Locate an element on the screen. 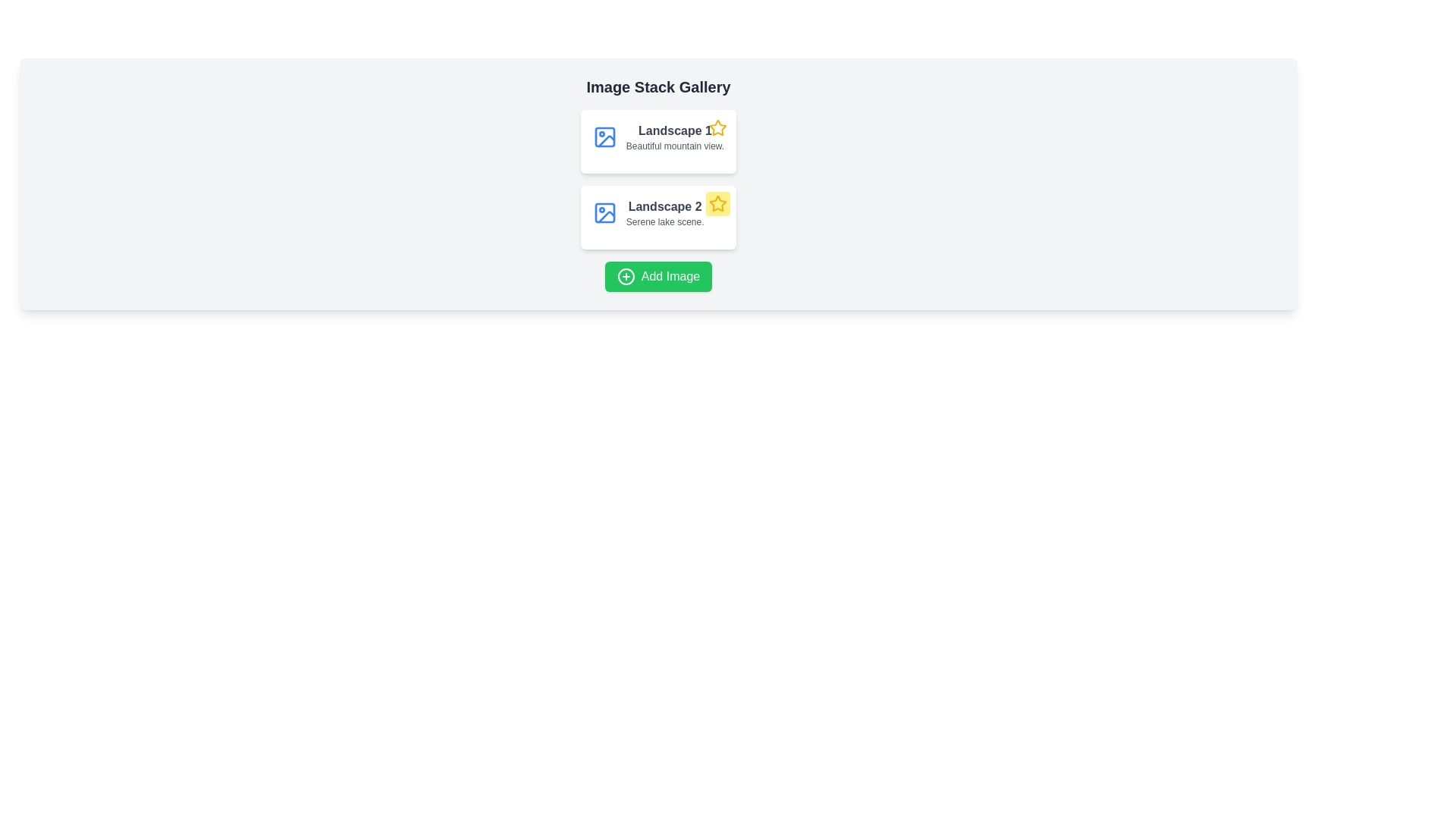  text element that provides a title and description for the image or gallery item, located directly above the second card's text in a vertical list of cards is located at coordinates (674, 137).